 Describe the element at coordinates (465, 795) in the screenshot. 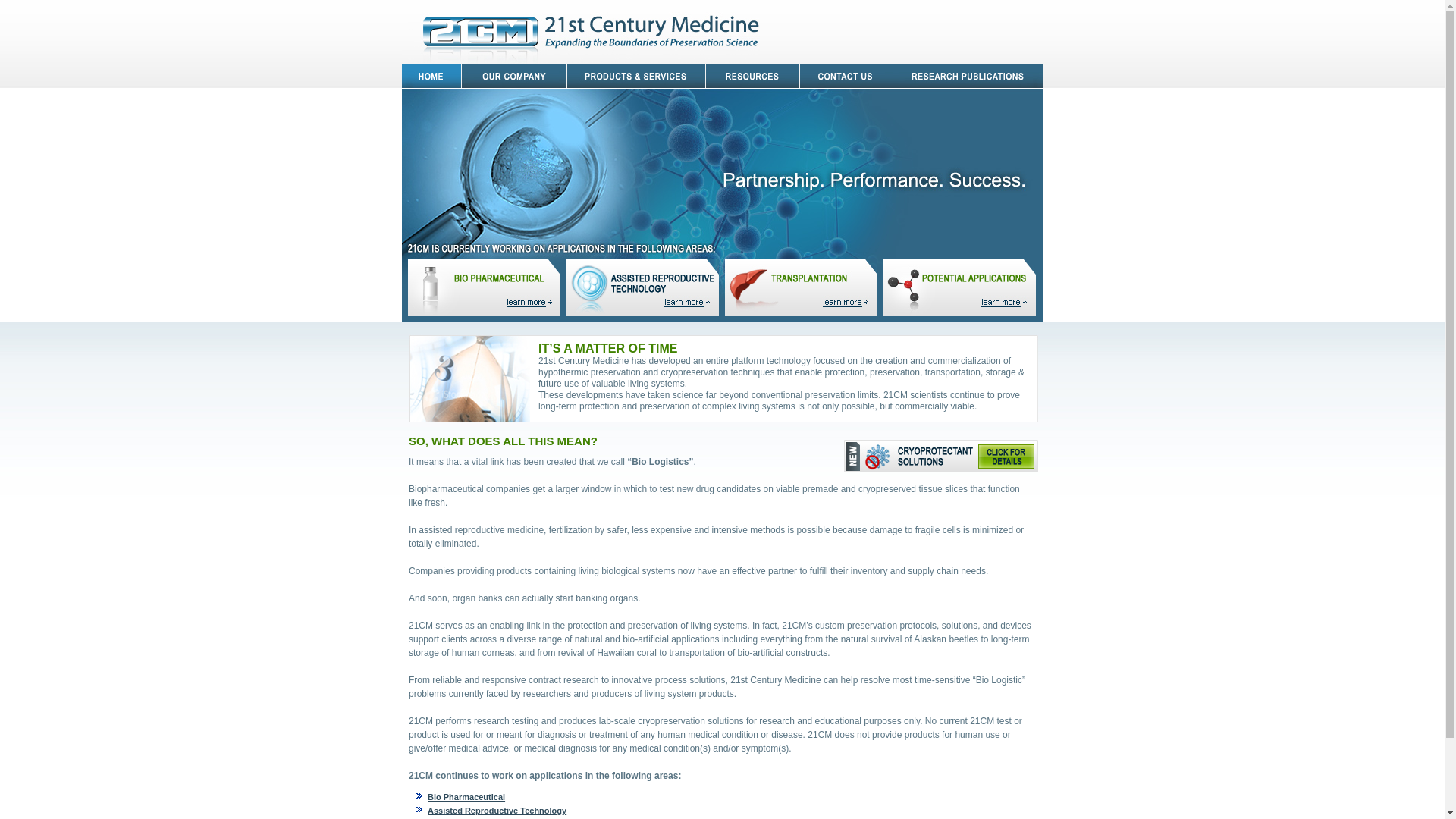

I see `'Bio Pharmaceutical'` at that location.